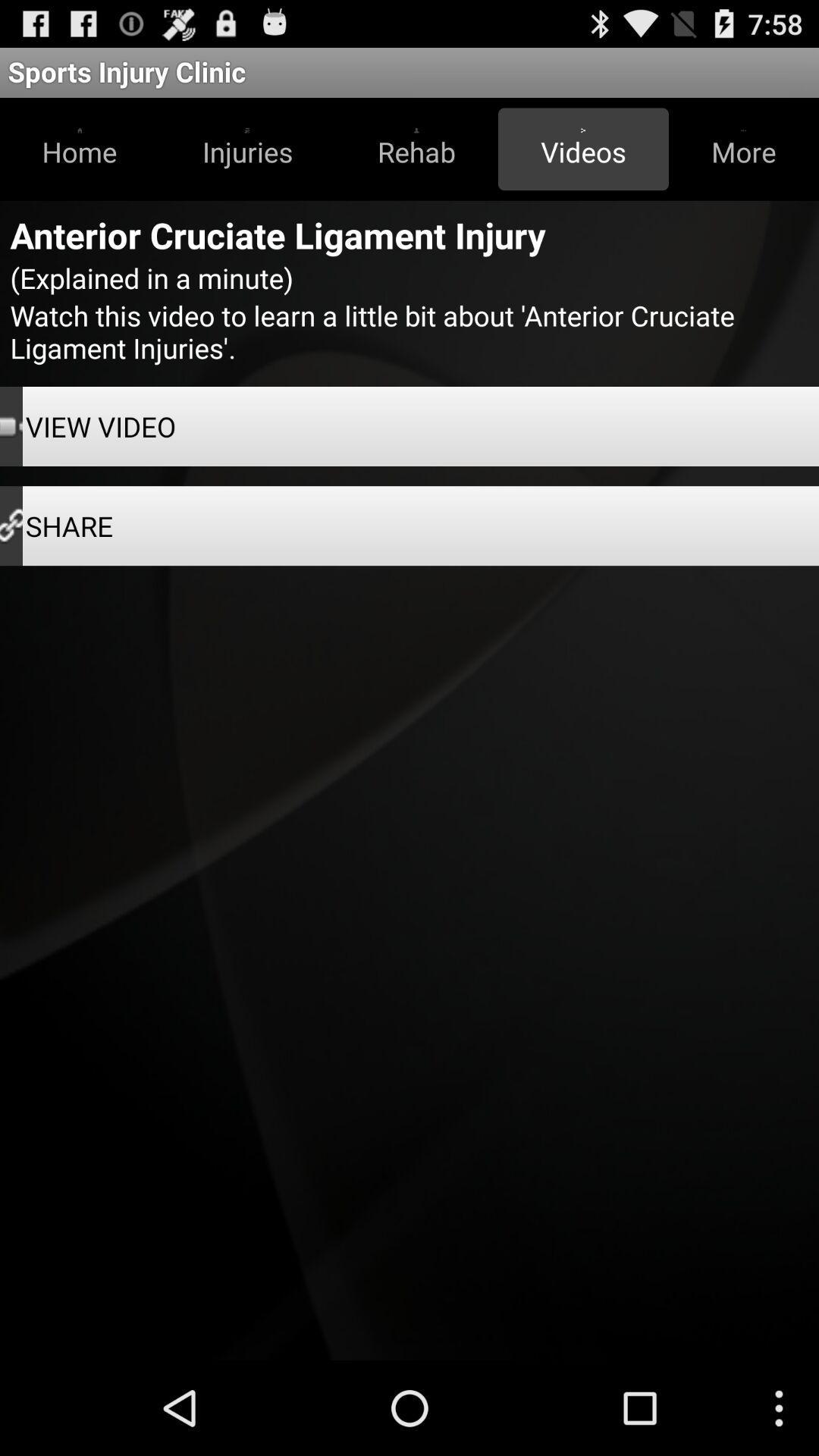 Image resolution: width=819 pixels, height=1456 pixels. I want to click on button to the left of the more, so click(582, 149).